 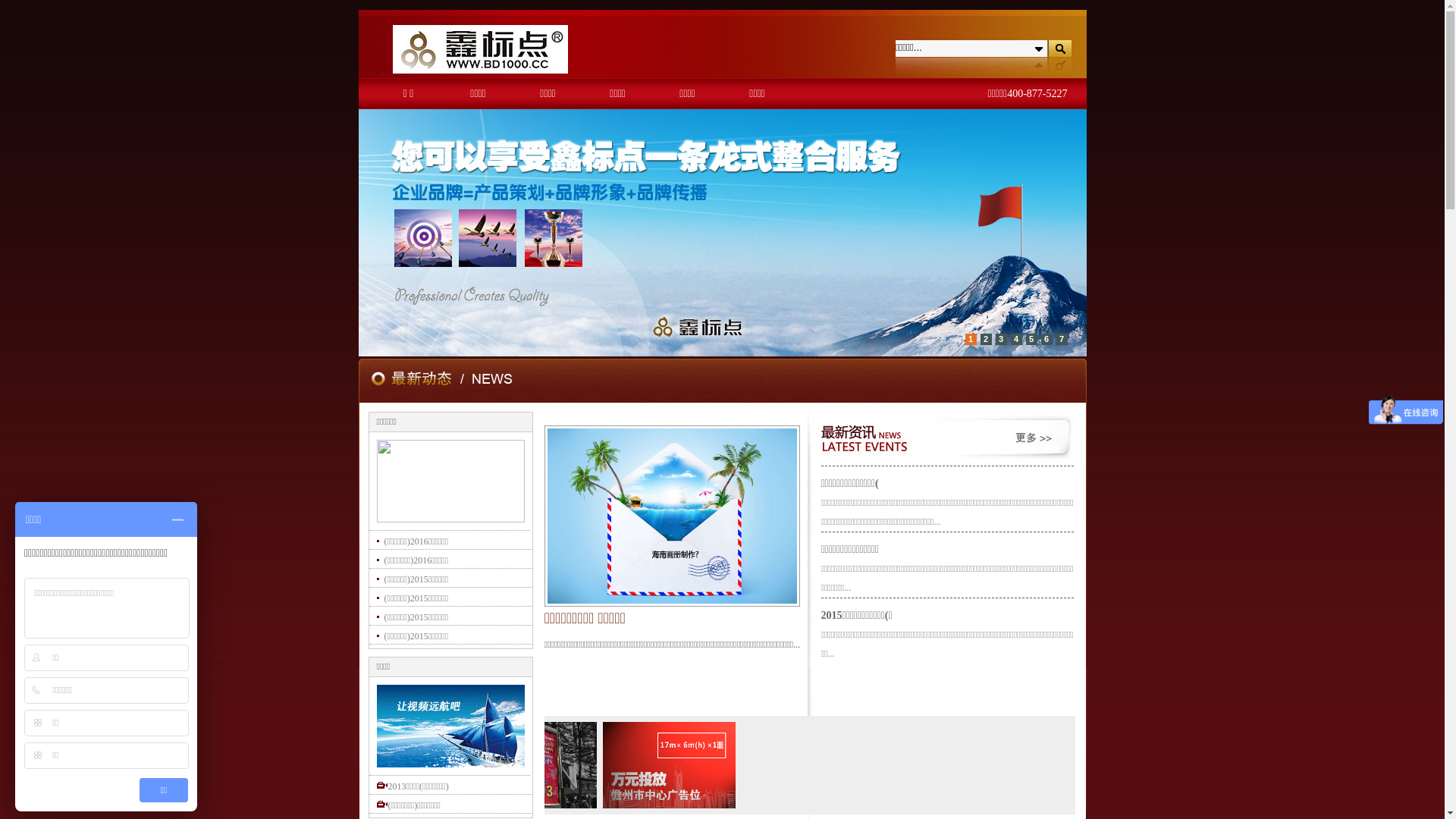 I want to click on '3', so click(x=1000, y=338).